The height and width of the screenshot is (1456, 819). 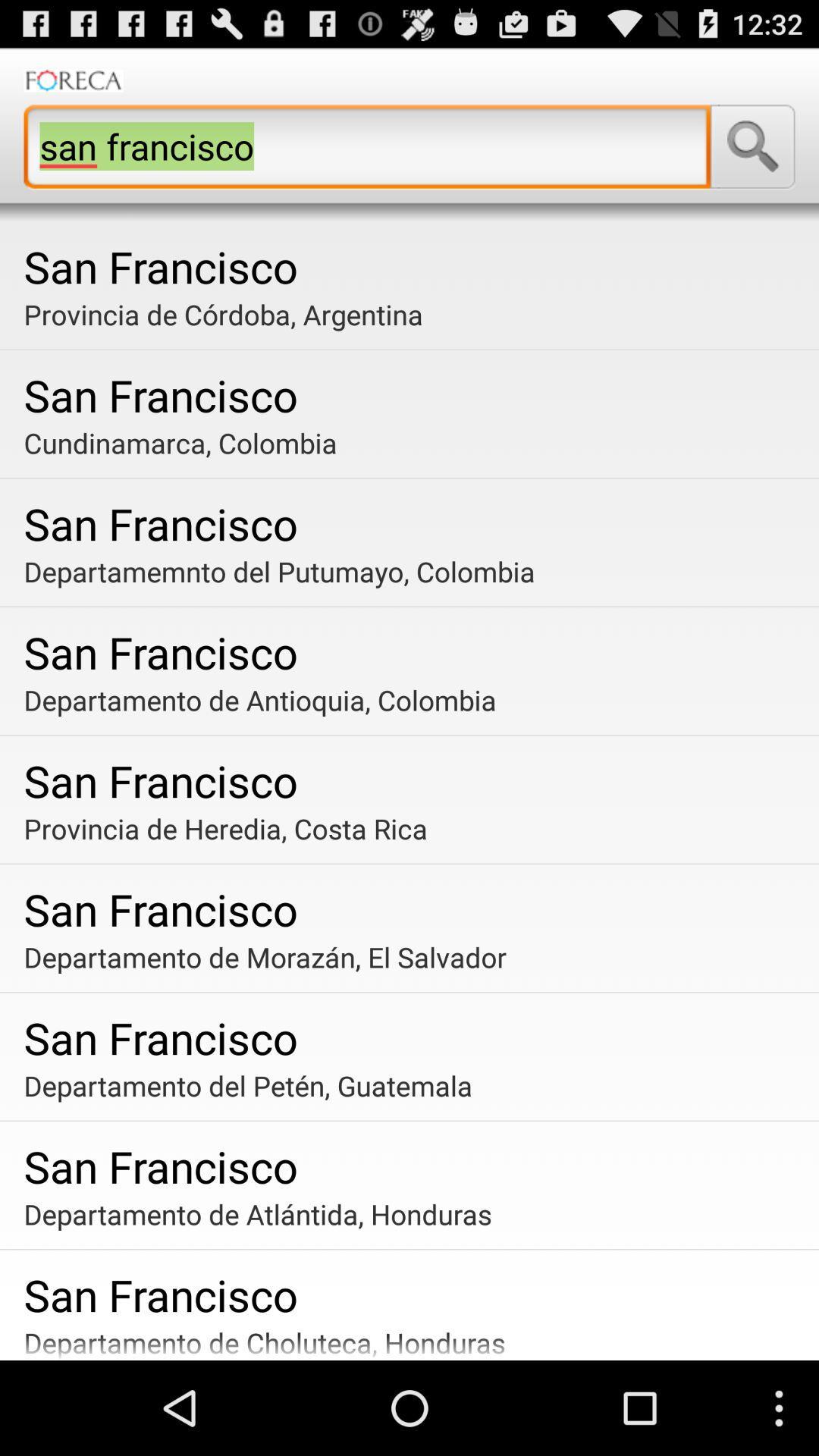 What do you see at coordinates (415, 570) in the screenshot?
I see `icon above the san francisco icon` at bounding box center [415, 570].